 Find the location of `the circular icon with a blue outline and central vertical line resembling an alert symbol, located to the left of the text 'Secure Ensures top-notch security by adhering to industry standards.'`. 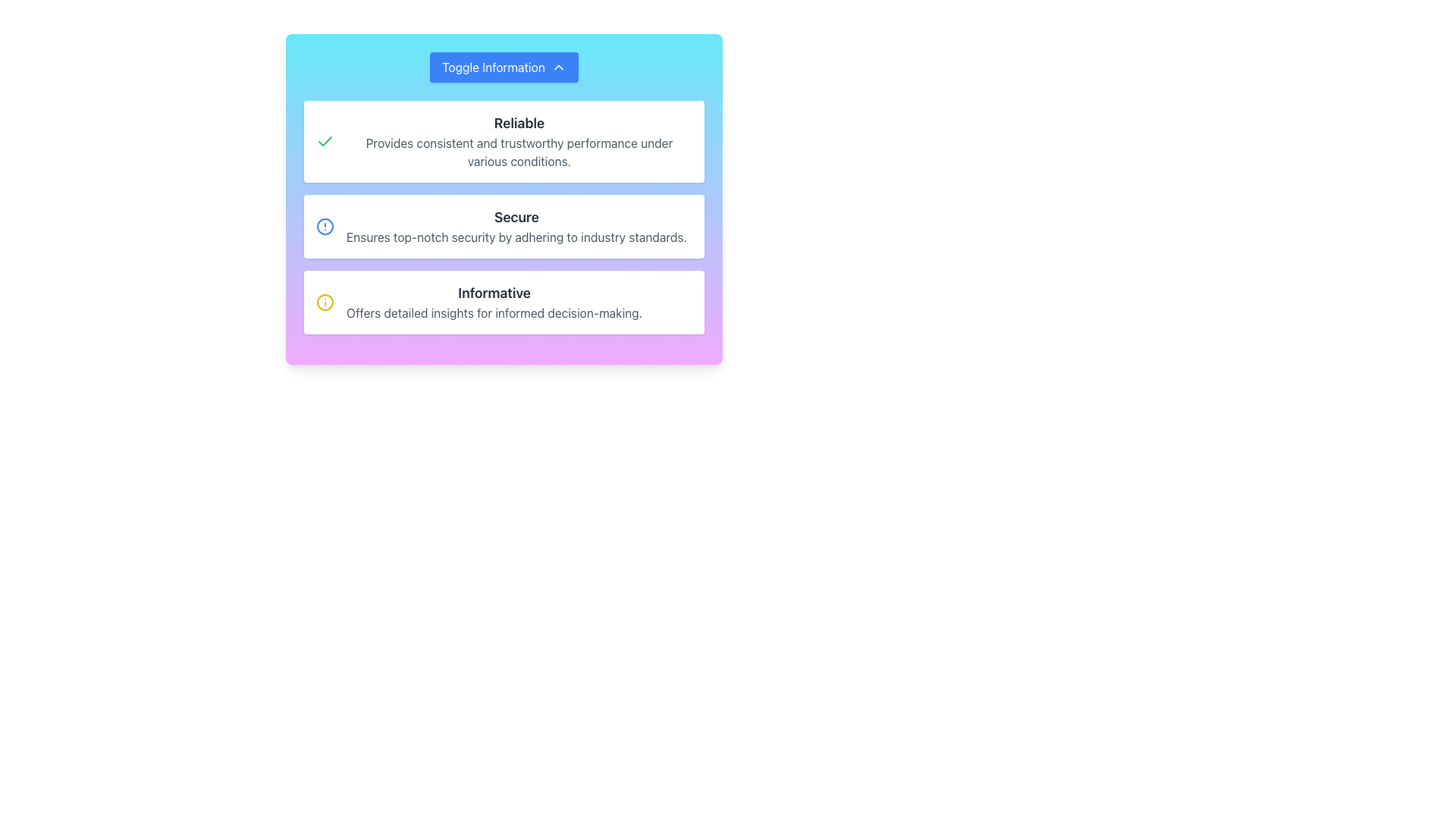

the circular icon with a blue outline and central vertical line resembling an alert symbol, located to the left of the text 'Secure Ensures top-notch security by adhering to industry standards.' is located at coordinates (324, 227).